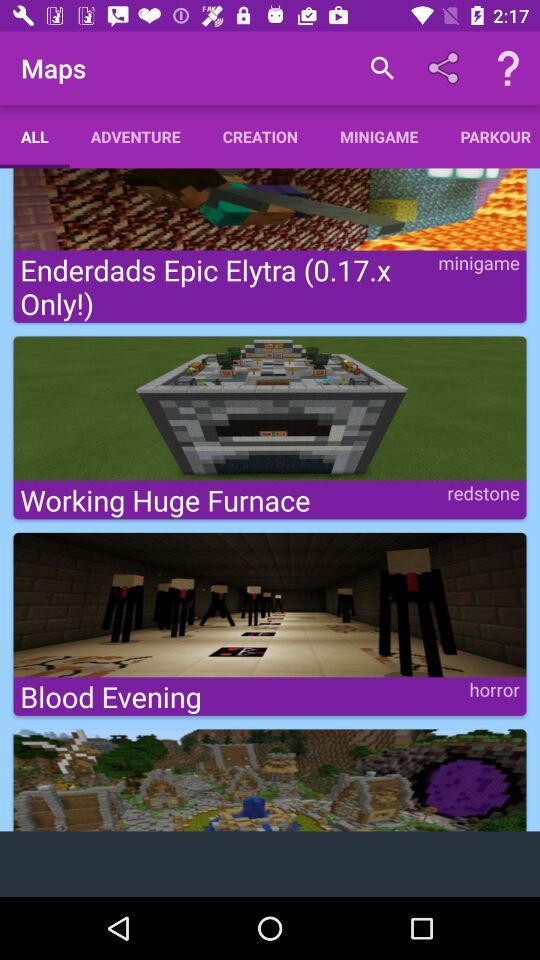  Describe the element at coordinates (382, 68) in the screenshot. I see `the item above the minigame` at that location.